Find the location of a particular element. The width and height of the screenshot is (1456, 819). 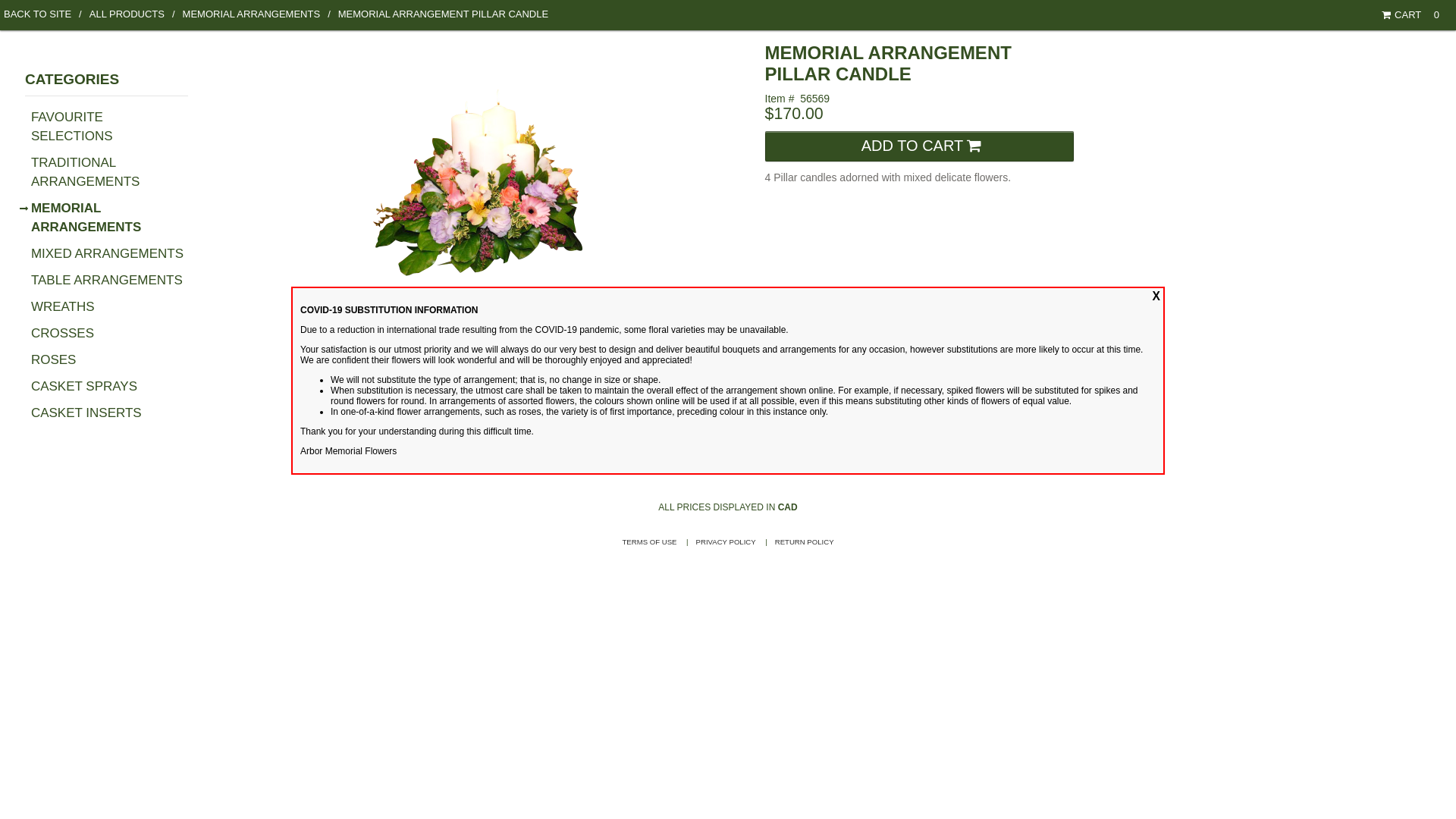

'ALL PRODUCTS' is located at coordinates (132, 14).